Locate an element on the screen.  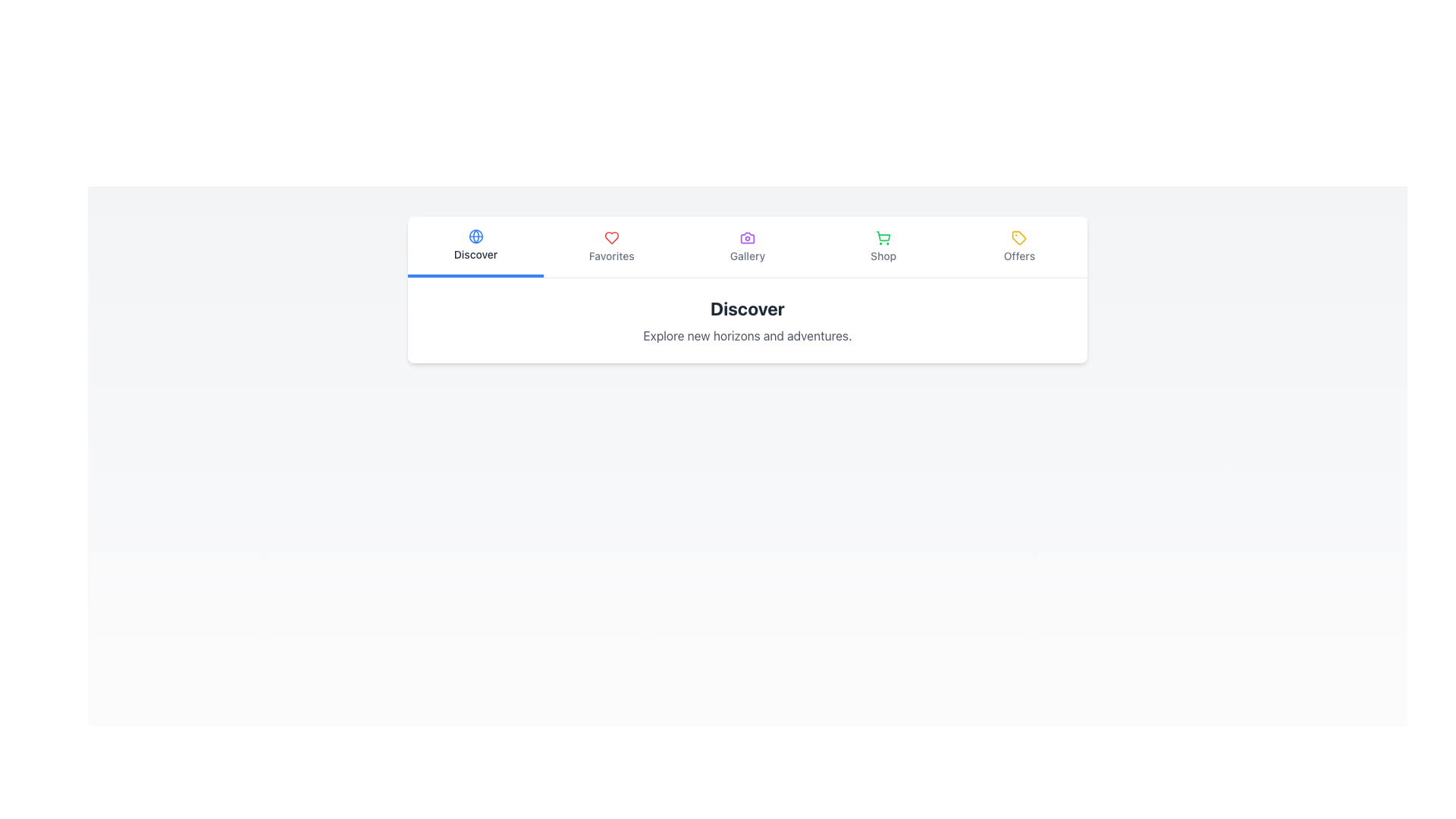
the heart-shaped icon in the navigation bar is located at coordinates (611, 237).